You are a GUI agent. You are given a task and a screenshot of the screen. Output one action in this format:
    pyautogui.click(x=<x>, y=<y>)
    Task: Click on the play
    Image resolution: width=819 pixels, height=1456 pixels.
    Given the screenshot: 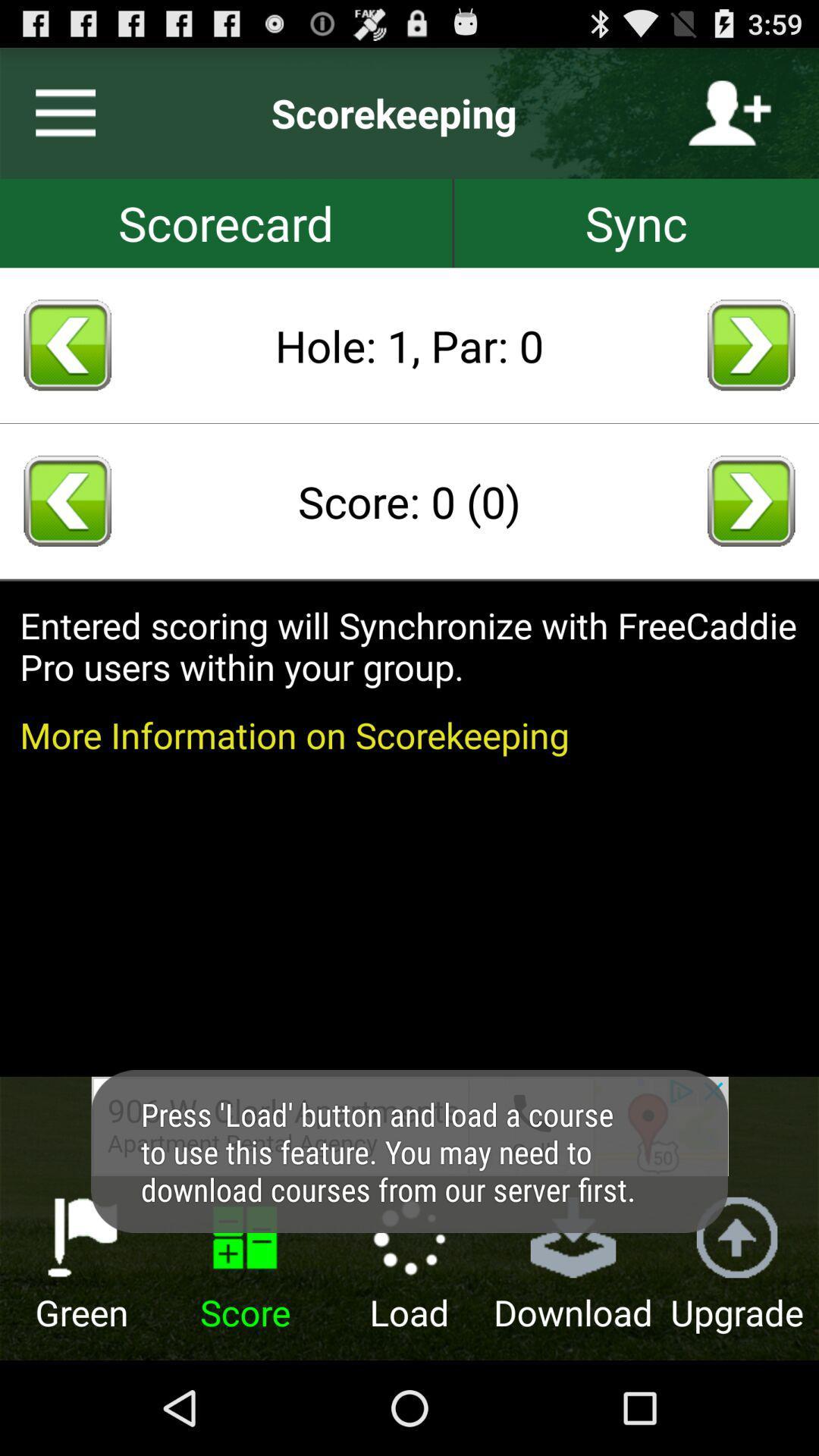 What is the action you would take?
    pyautogui.click(x=751, y=500)
    